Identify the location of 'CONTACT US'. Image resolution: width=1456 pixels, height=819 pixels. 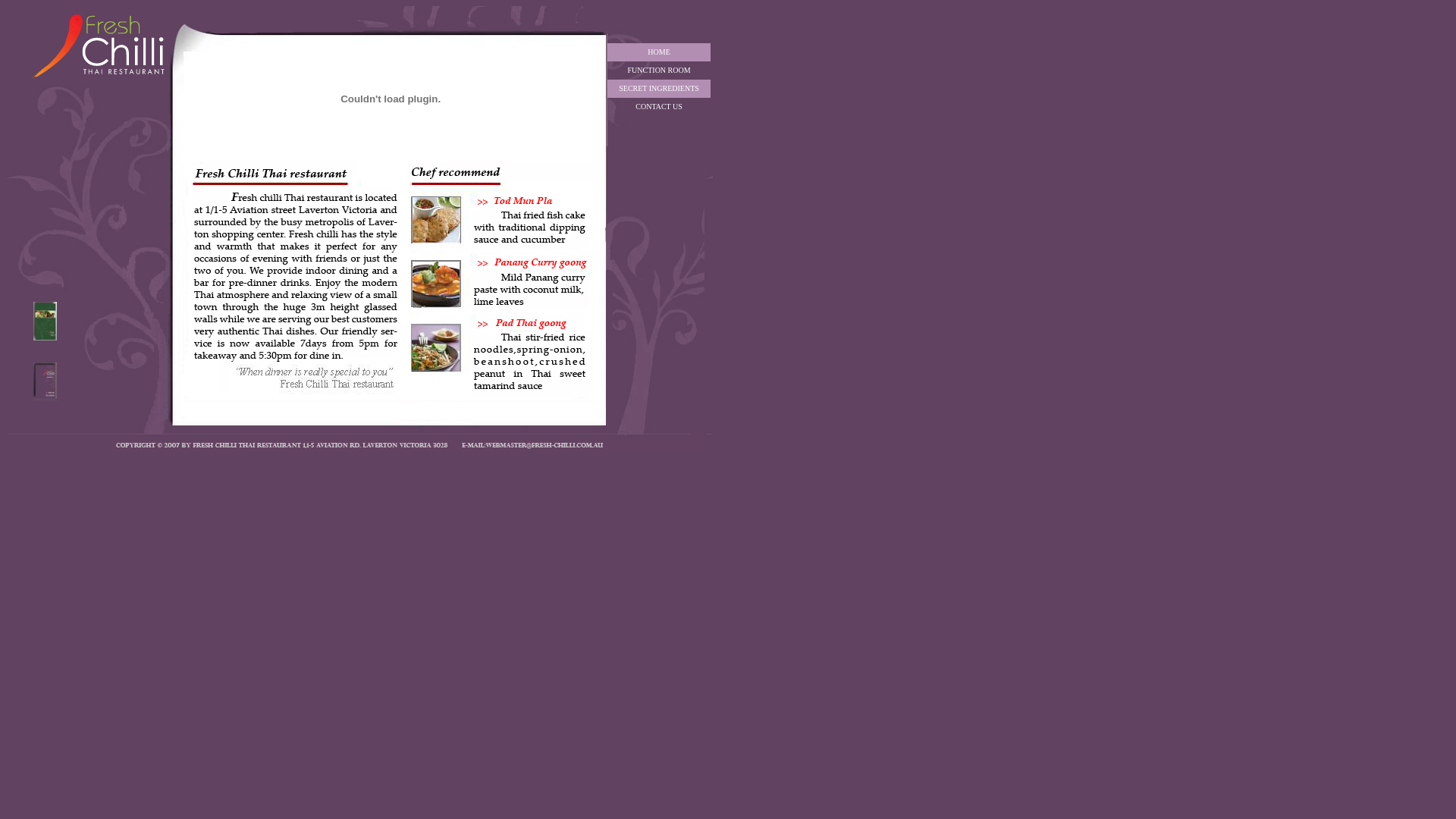
(635, 104).